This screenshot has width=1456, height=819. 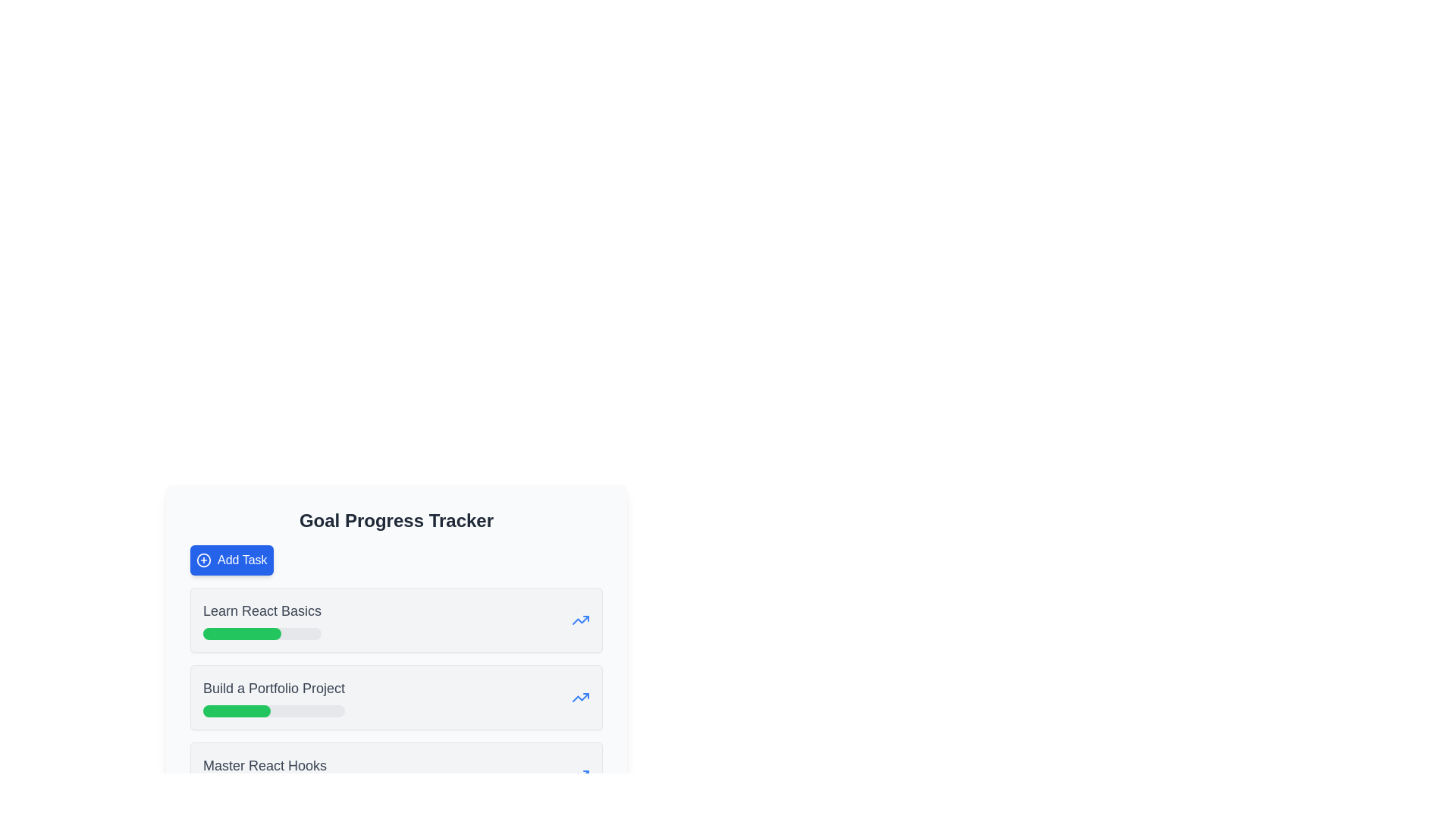 I want to click on the text label displaying 'Build a Portfolio Project', which is located in the second goal card below 'Learn React Basics' and above 'Master React Hooks', so click(x=274, y=688).